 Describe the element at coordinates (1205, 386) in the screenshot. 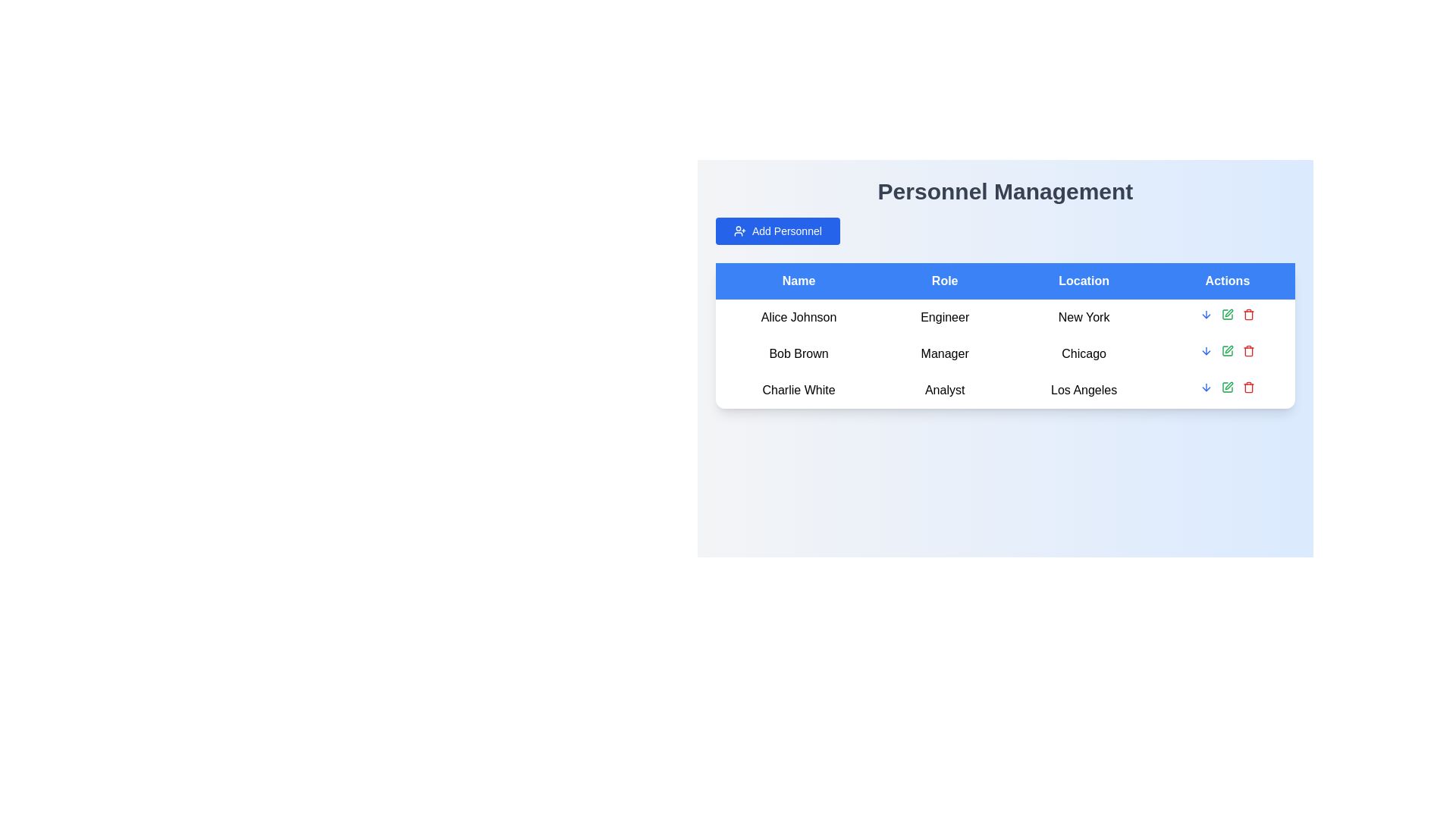

I see `the button in the third row of the 'Actions' column` at that location.